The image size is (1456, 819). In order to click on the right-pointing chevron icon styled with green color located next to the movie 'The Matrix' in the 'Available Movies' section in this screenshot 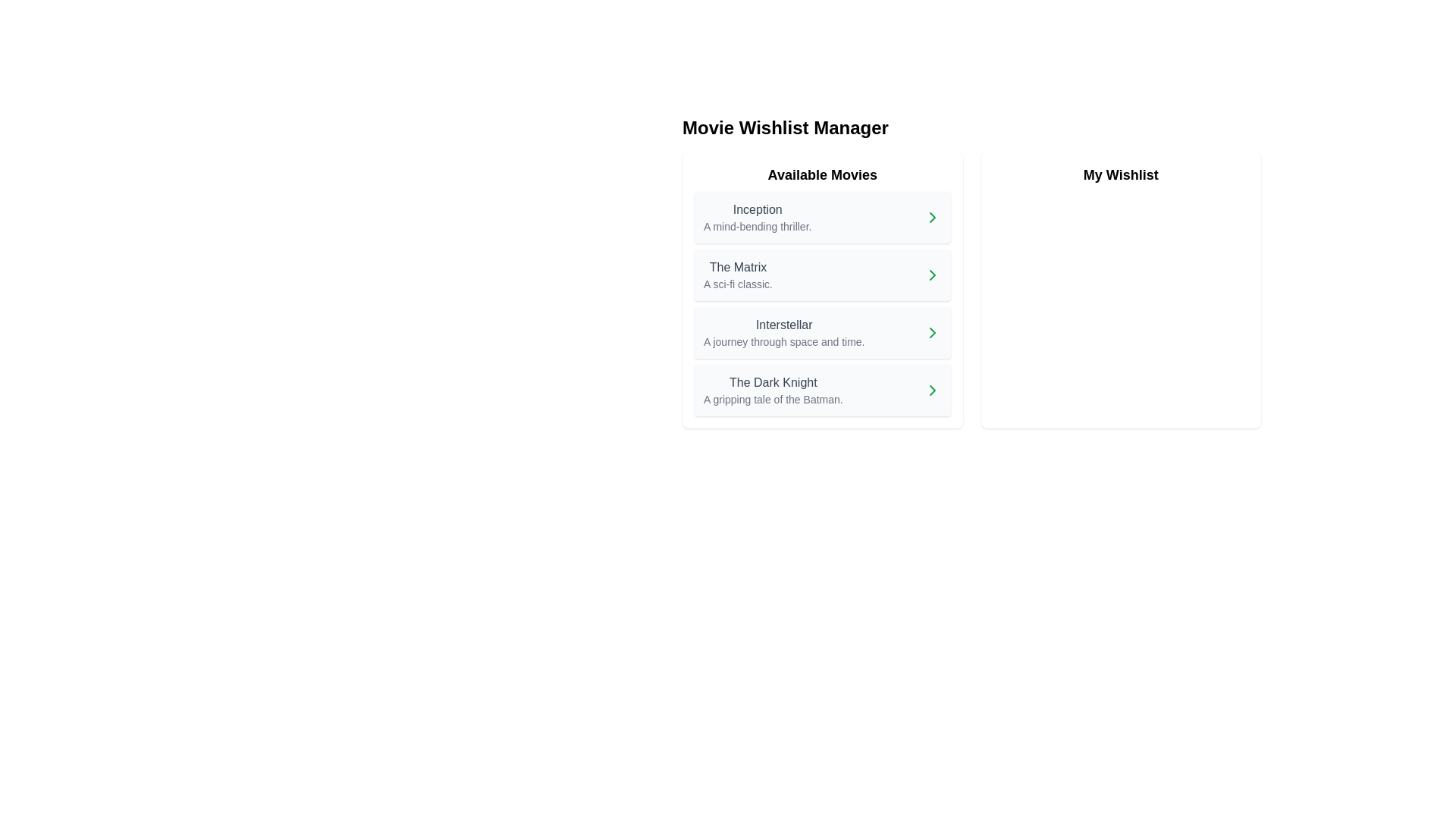, I will do `click(931, 275)`.